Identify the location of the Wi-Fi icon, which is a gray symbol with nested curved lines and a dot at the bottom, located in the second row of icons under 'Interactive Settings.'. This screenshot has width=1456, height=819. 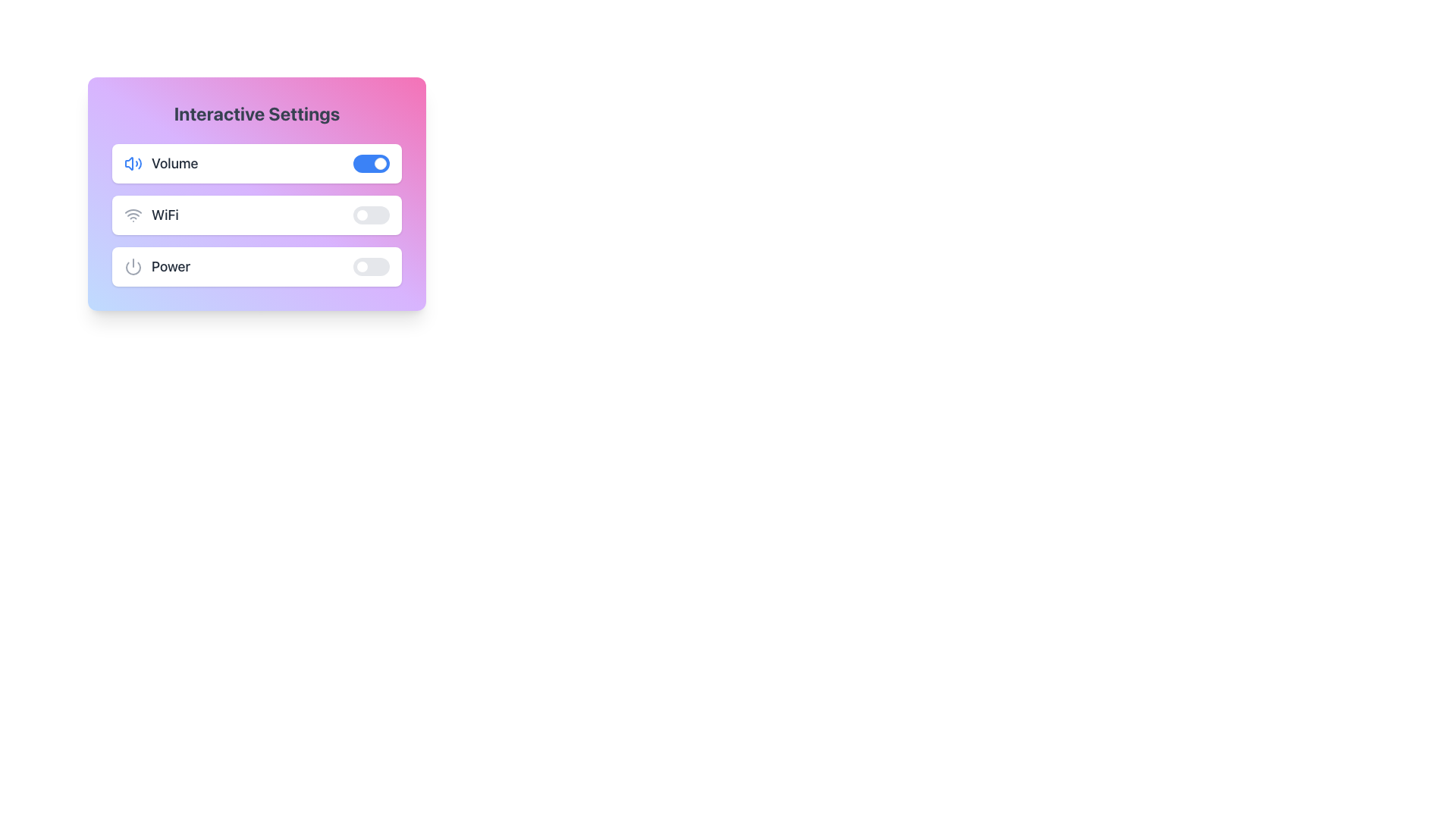
(133, 215).